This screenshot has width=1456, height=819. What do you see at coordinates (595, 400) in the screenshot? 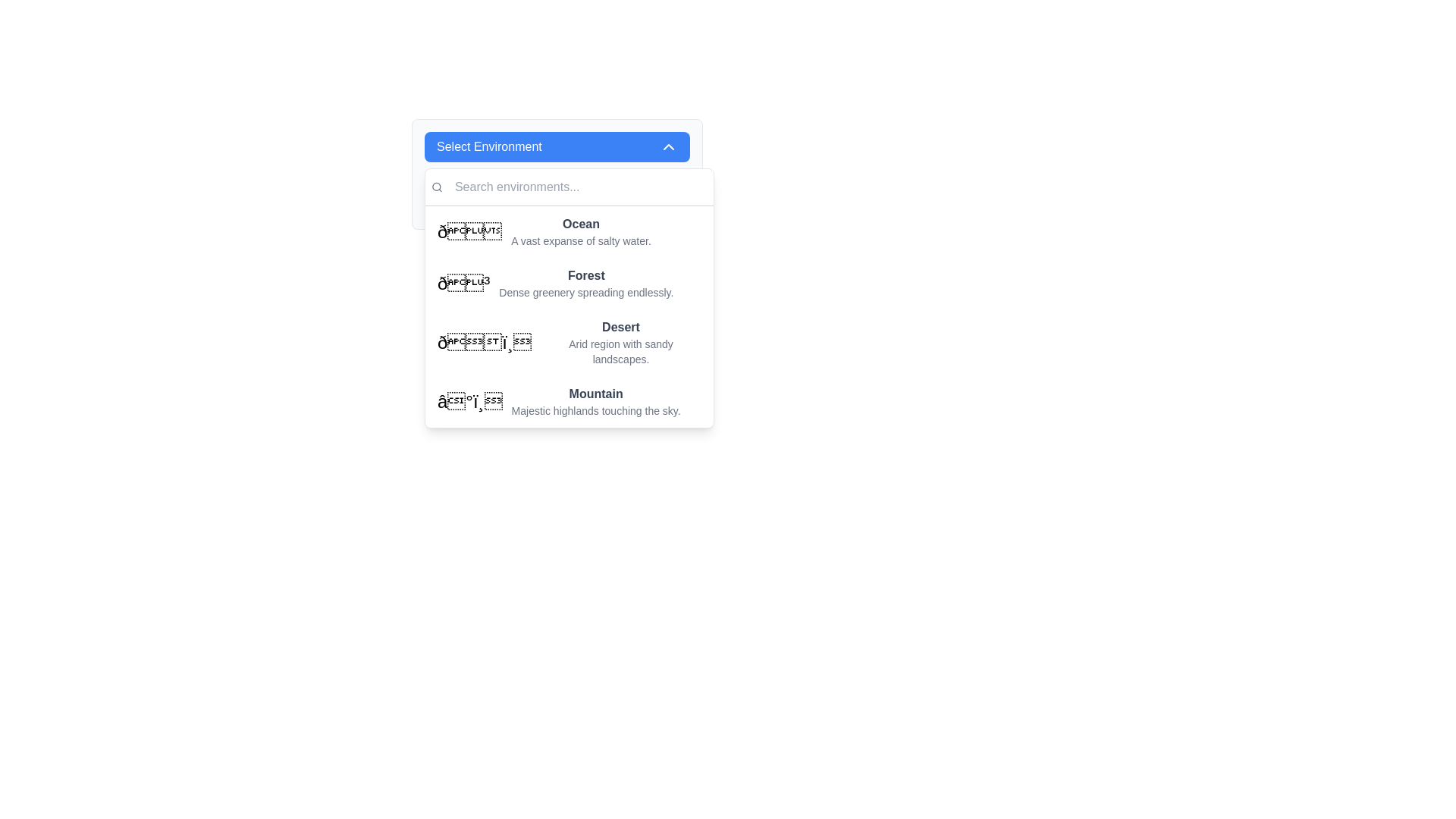
I see `the 'Mountain' environment option in the dropdown menu 'Select Environment', which is the third option in the list` at bounding box center [595, 400].